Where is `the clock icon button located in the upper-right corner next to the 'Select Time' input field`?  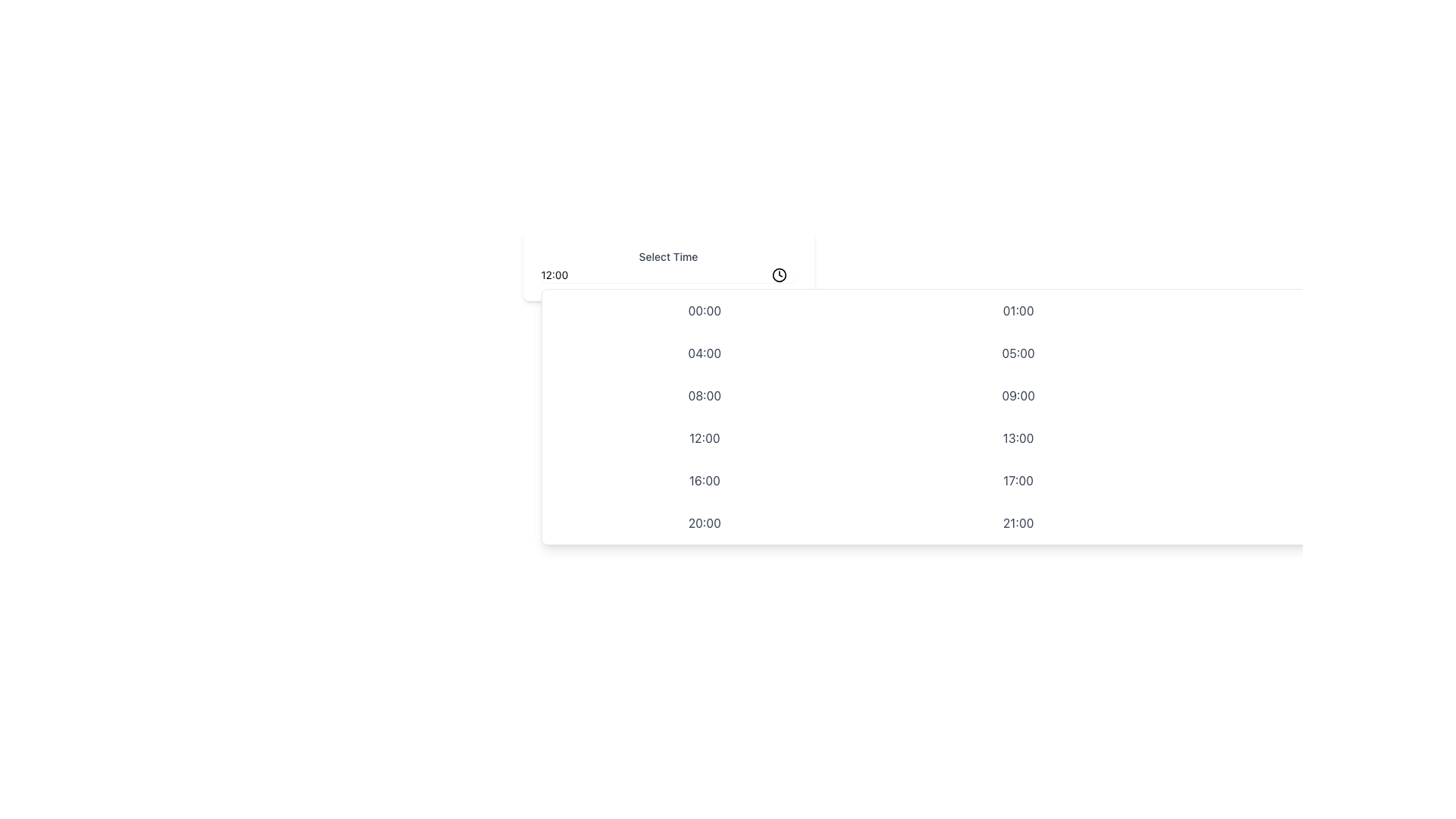 the clock icon button located in the upper-right corner next to the 'Select Time' input field is located at coordinates (779, 275).